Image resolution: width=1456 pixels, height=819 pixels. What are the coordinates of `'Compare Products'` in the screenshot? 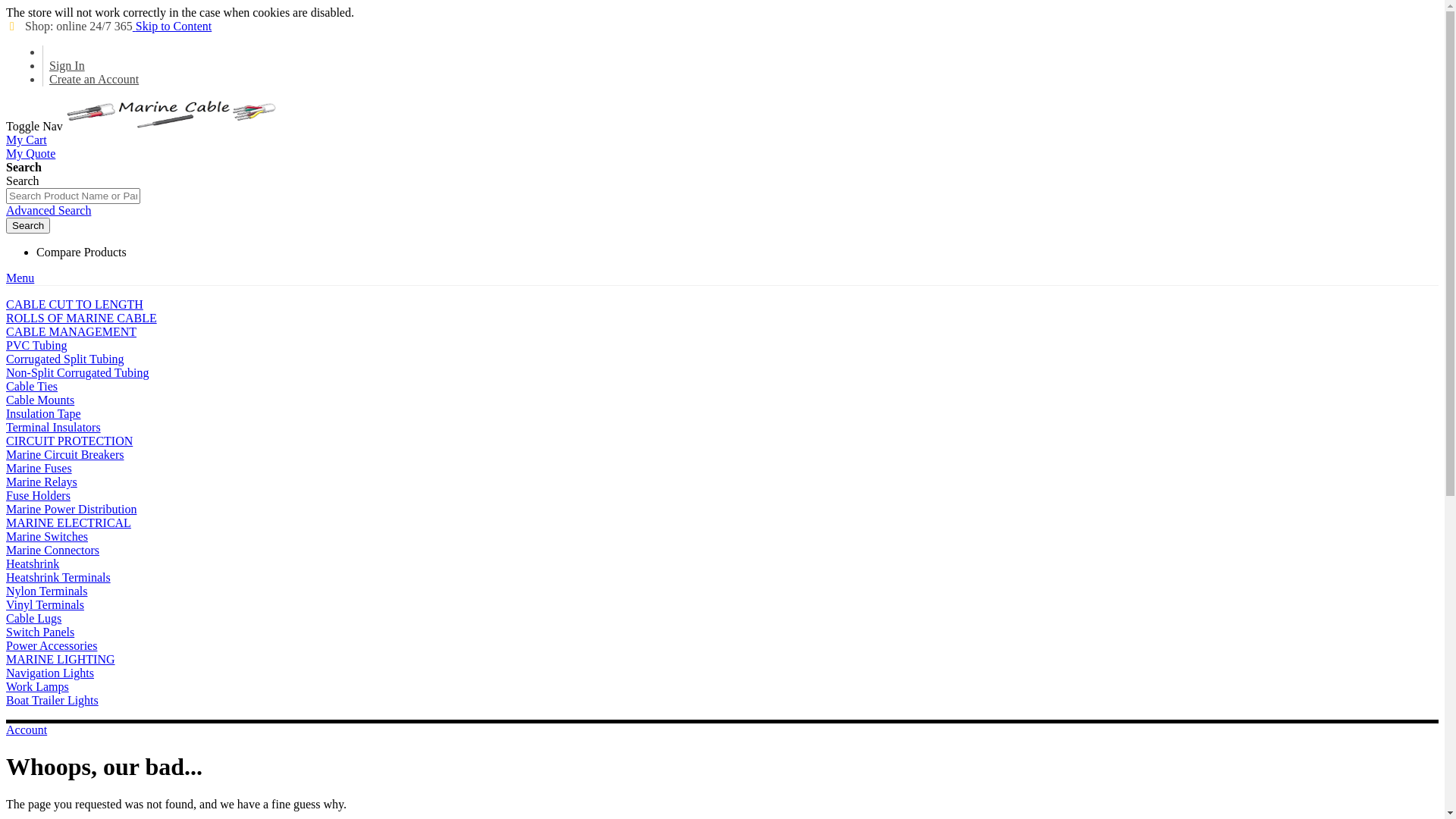 It's located at (80, 251).